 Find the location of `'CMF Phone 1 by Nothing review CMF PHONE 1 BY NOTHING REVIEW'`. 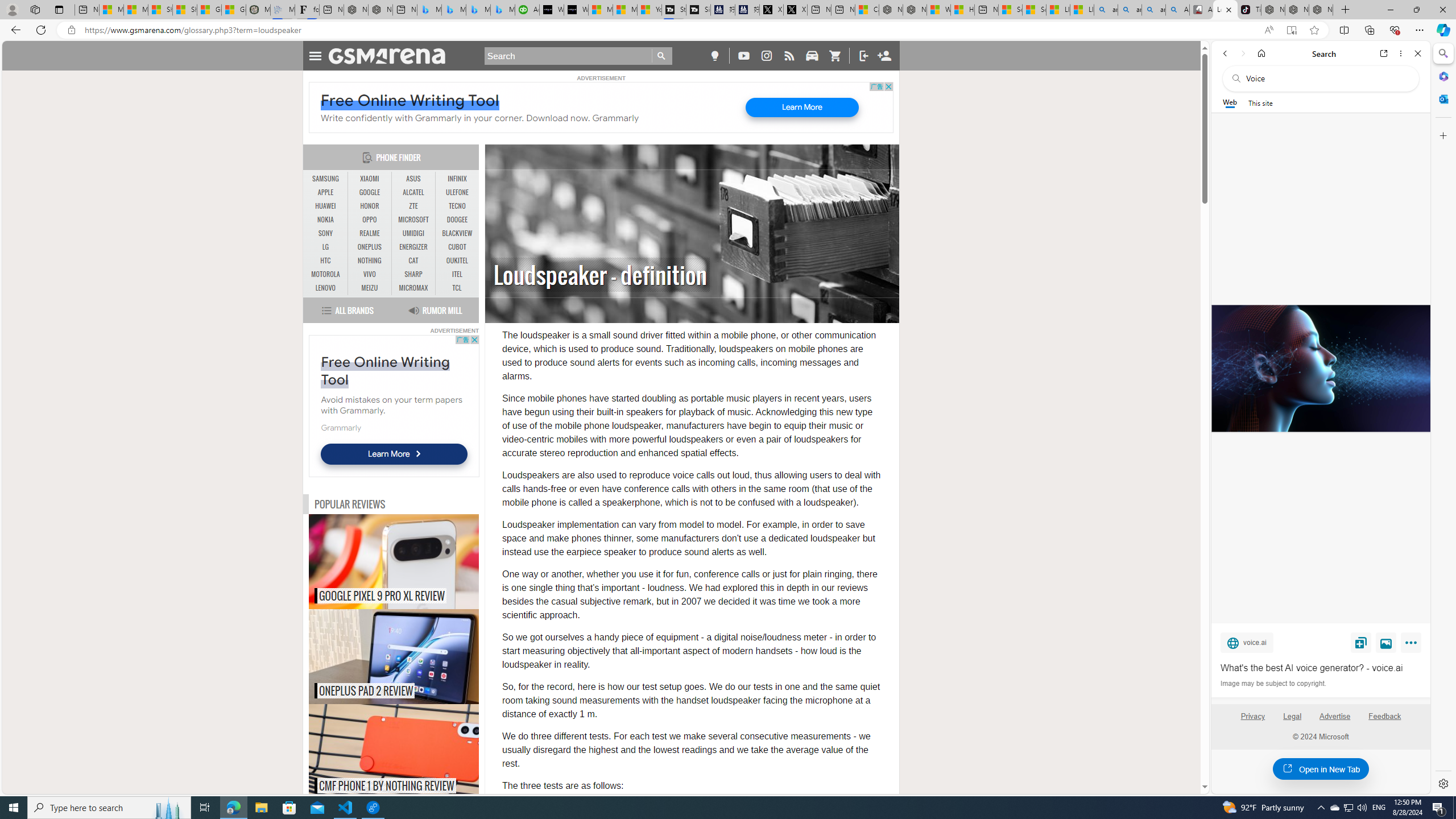

'CMF Phone 1 by Nothing review CMF PHONE 1 BY NOTHING REVIEW' is located at coordinates (394, 751).